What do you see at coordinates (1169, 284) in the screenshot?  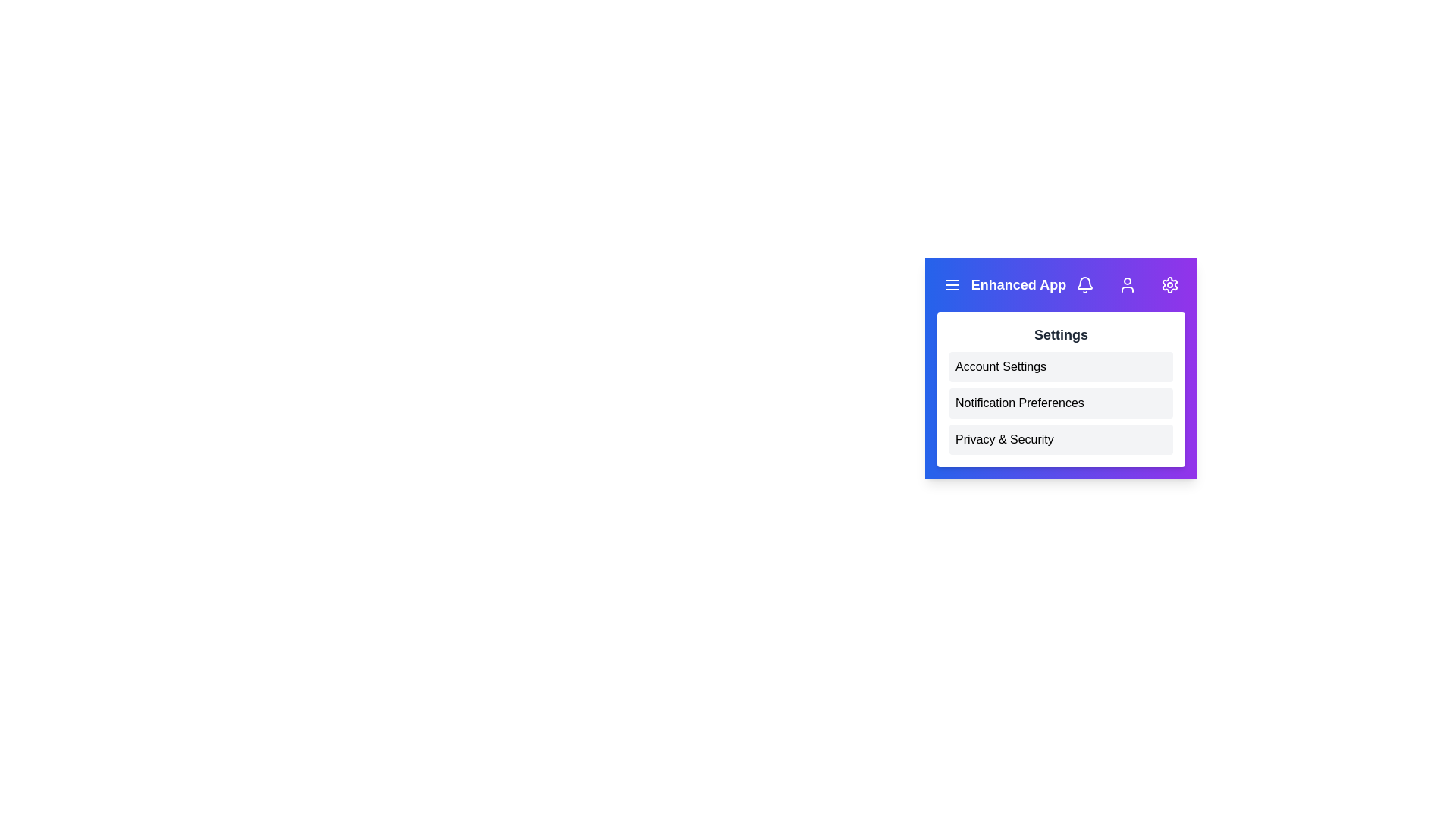 I see `the settings button to toggle the settings display` at bounding box center [1169, 284].